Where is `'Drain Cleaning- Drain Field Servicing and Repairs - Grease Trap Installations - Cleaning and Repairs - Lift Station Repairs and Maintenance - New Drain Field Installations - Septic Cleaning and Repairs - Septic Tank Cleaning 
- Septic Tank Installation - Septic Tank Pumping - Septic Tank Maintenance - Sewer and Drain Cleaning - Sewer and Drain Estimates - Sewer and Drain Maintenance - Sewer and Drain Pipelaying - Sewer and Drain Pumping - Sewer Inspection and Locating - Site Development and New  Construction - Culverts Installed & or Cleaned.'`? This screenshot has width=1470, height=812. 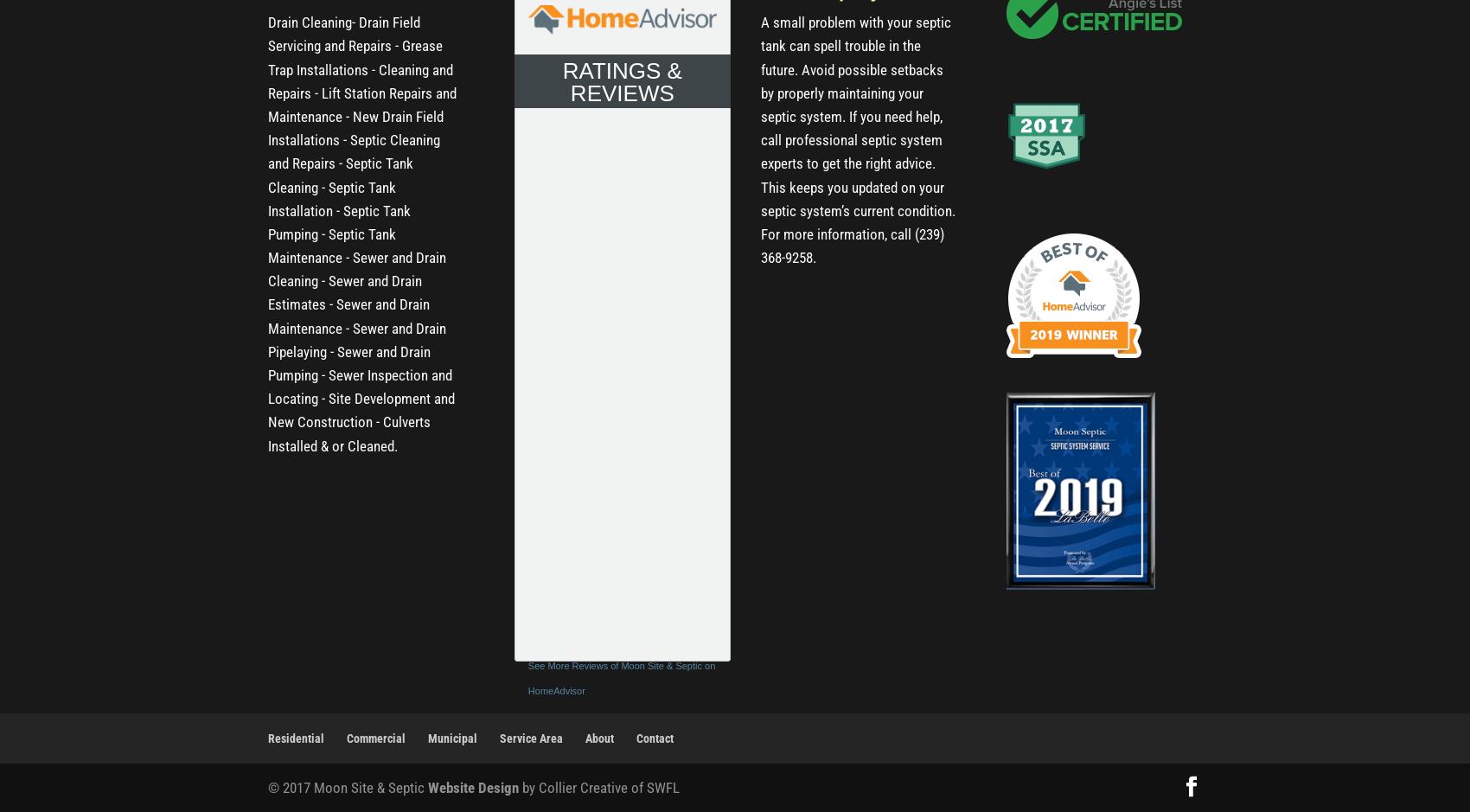 'Drain Cleaning- Drain Field Servicing and Repairs - Grease Trap Installations - Cleaning and Repairs - Lift Station Repairs and Maintenance - New Drain Field Installations - Septic Cleaning and Repairs - Septic Tank Cleaning 
- Septic Tank Installation - Septic Tank Pumping - Septic Tank Maintenance - Sewer and Drain Cleaning - Sewer and Drain Estimates - Sewer and Drain Maintenance - Sewer and Drain Pipelaying - Sewer and Drain Pumping - Sewer Inspection and Locating - Site Development and New  Construction - Culverts Installed & or Cleaned.' is located at coordinates (361, 233).